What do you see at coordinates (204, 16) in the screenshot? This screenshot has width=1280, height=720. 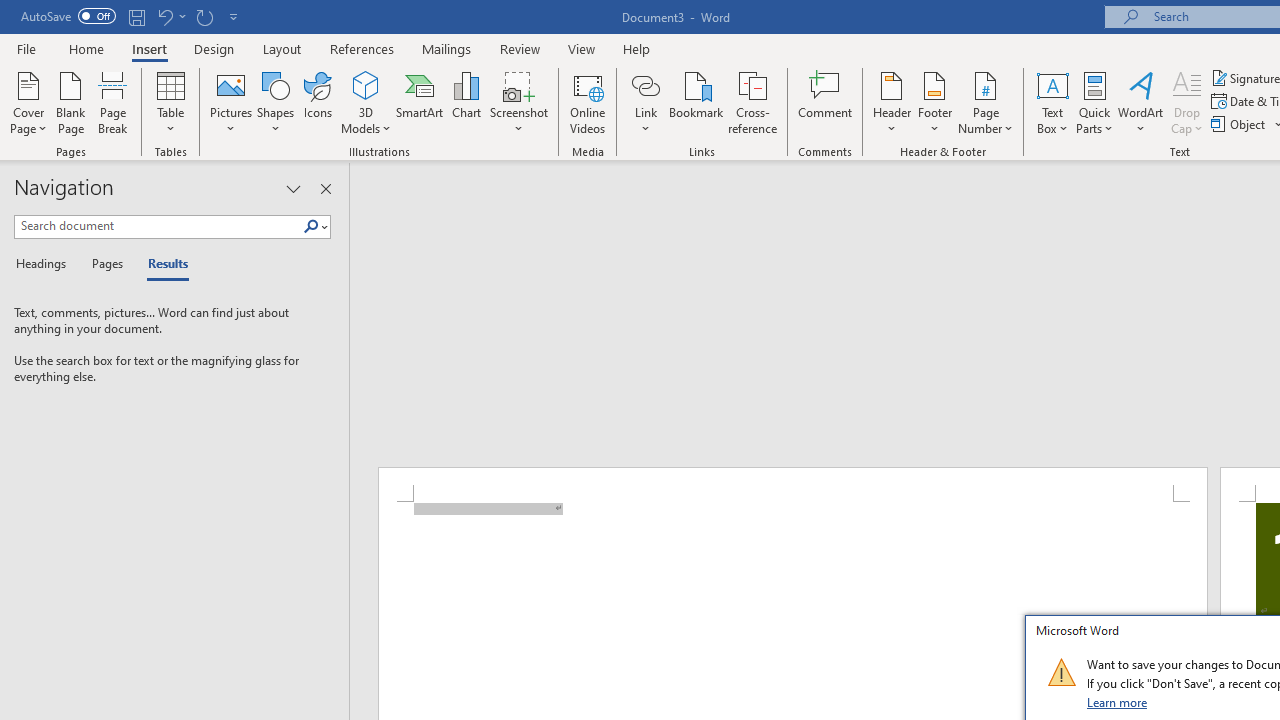 I see `'Repeat Doc Close'` at bounding box center [204, 16].